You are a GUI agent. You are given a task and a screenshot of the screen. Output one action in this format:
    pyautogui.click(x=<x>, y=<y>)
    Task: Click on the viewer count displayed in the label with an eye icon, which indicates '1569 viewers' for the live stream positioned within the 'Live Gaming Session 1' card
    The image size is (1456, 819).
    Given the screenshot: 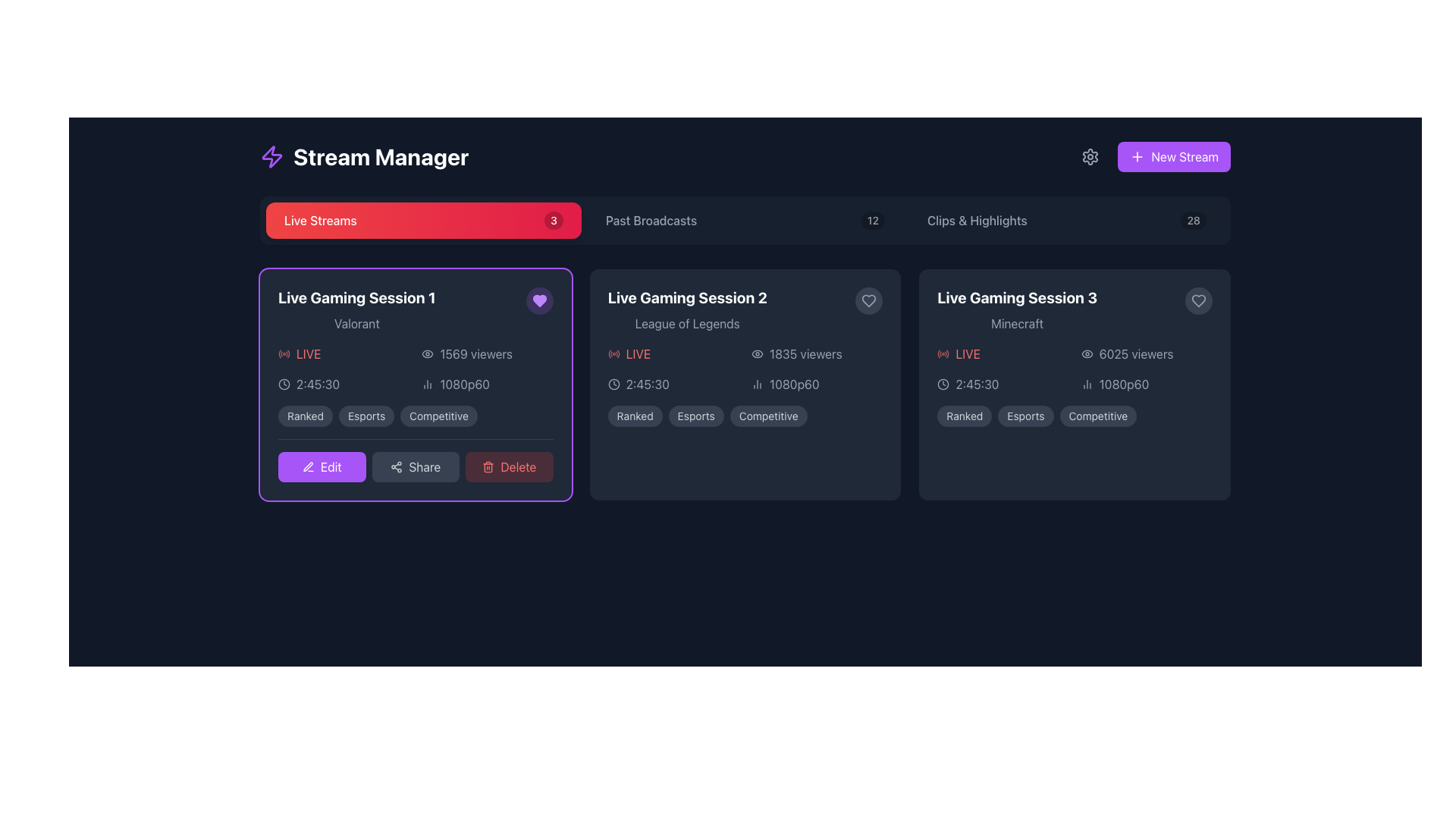 What is the action you would take?
    pyautogui.click(x=488, y=353)
    